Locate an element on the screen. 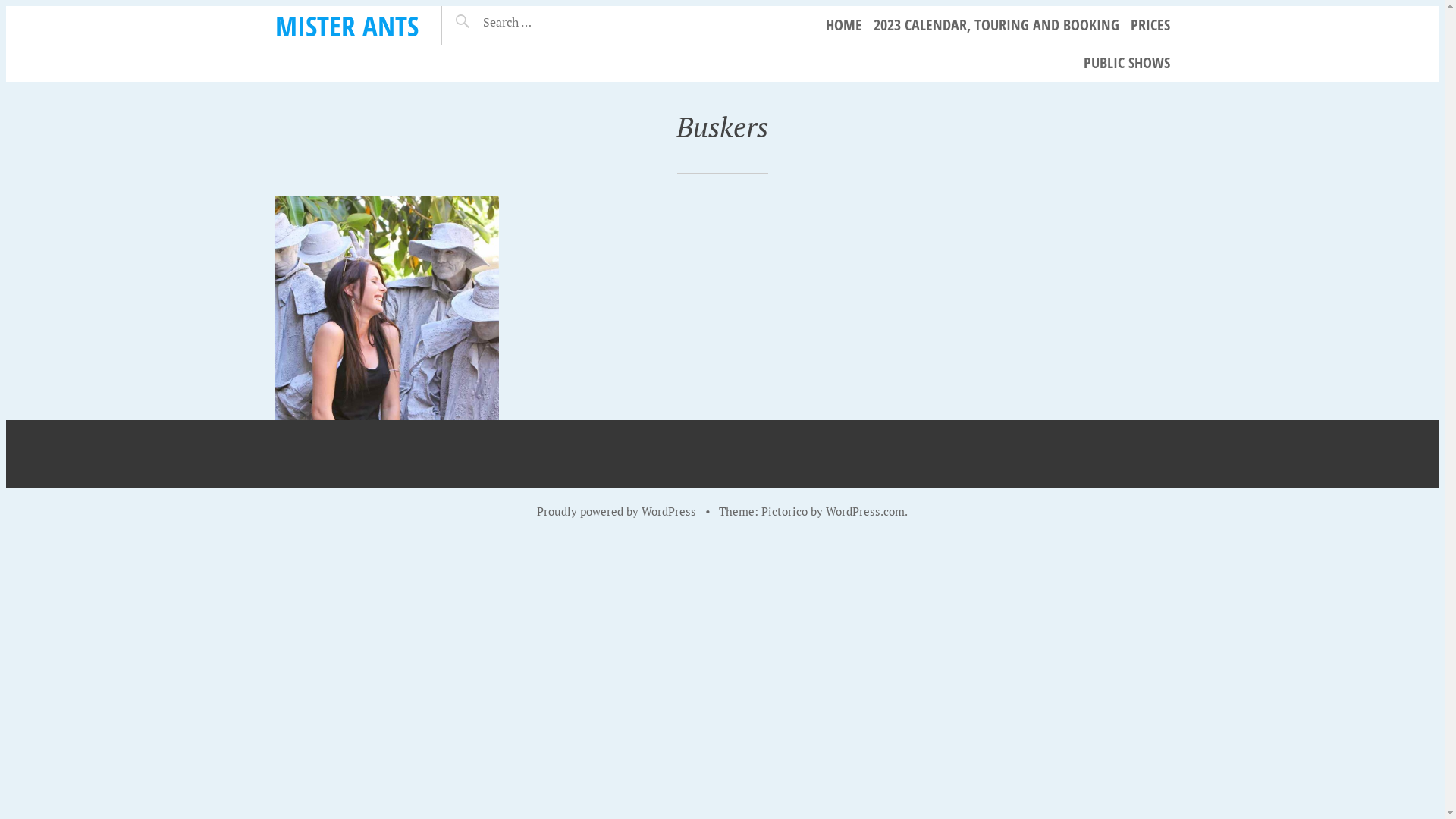 This screenshot has width=1456, height=819. 'Search for:' is located at coordinates (475, 22).